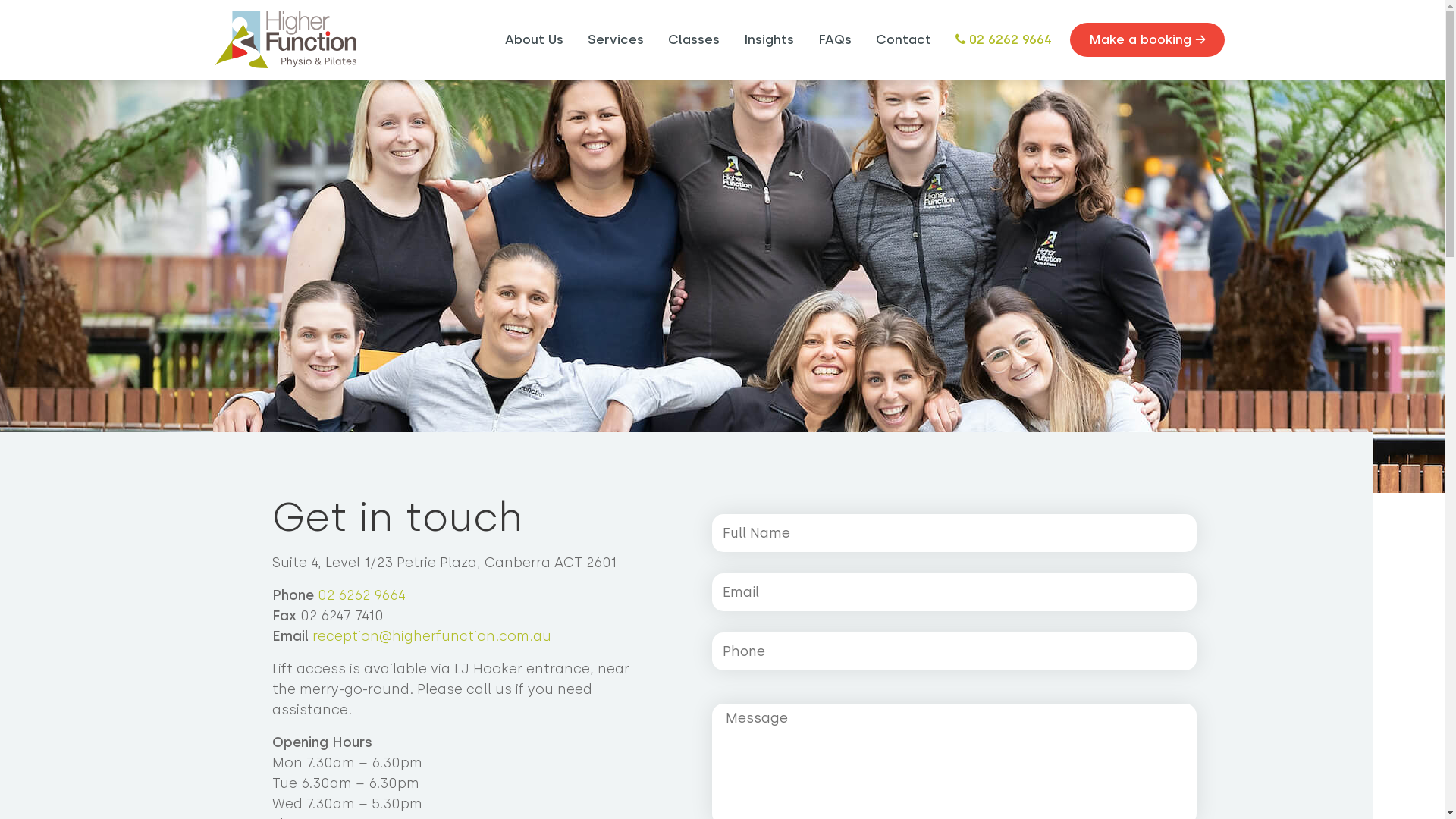 The image size is (1456, 819). What do you see at coordinates (580, 39) in the screenshot?
I see `'Services'` at bounding box center [580, 39].